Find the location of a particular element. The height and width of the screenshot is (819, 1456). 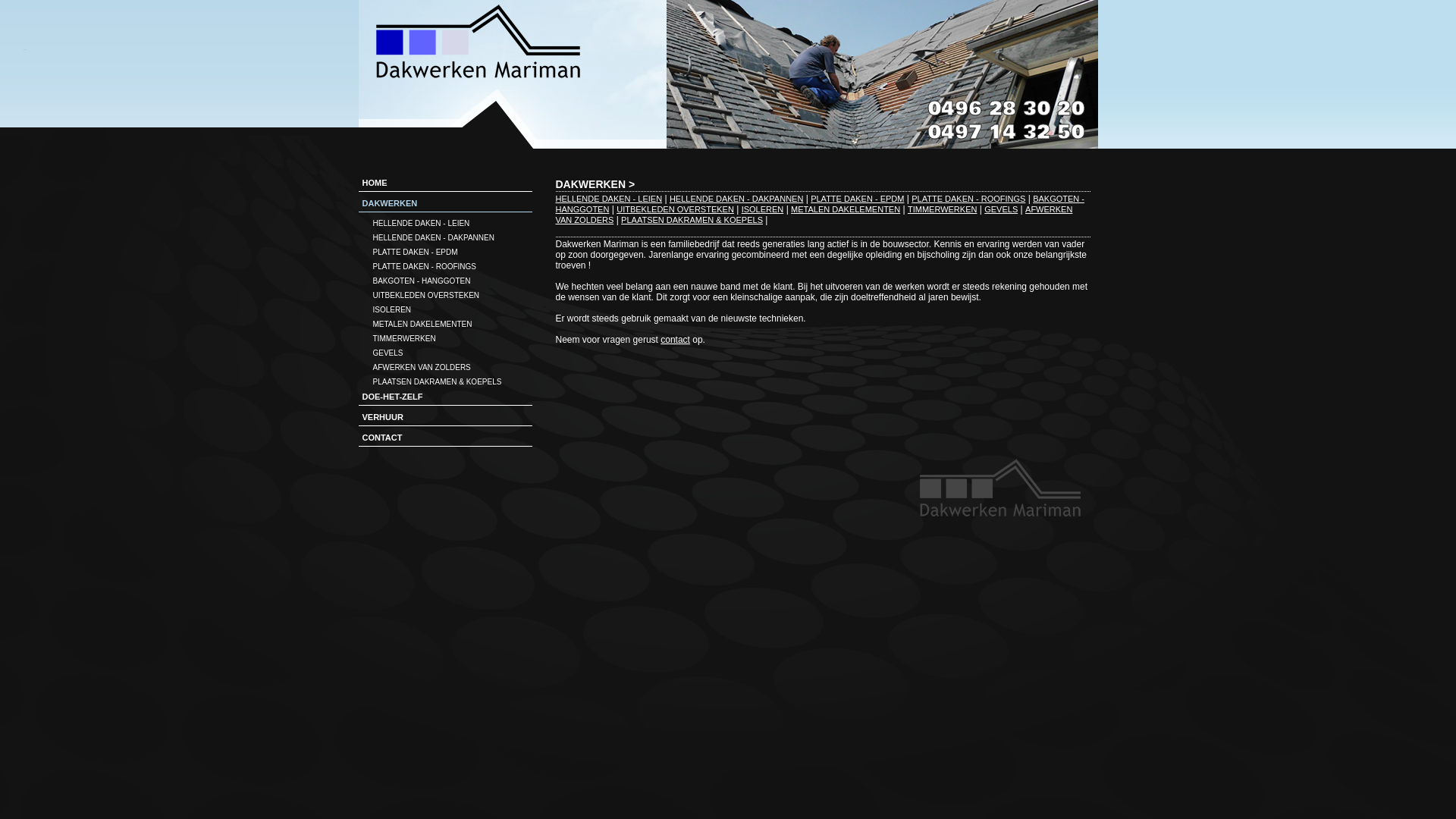

'HOME' is located at coordinates (356, 184).